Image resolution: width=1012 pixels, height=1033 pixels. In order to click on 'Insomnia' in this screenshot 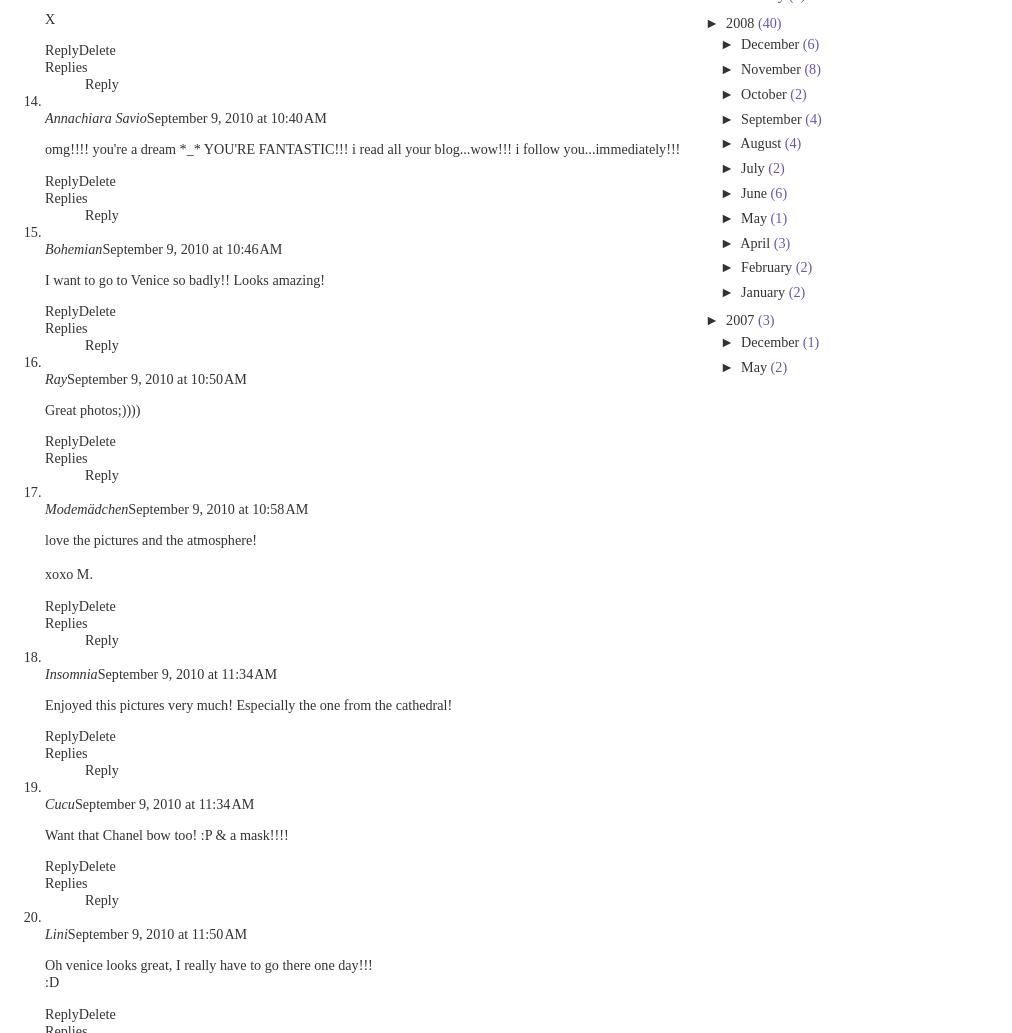, I will do `click(70, 671)`.